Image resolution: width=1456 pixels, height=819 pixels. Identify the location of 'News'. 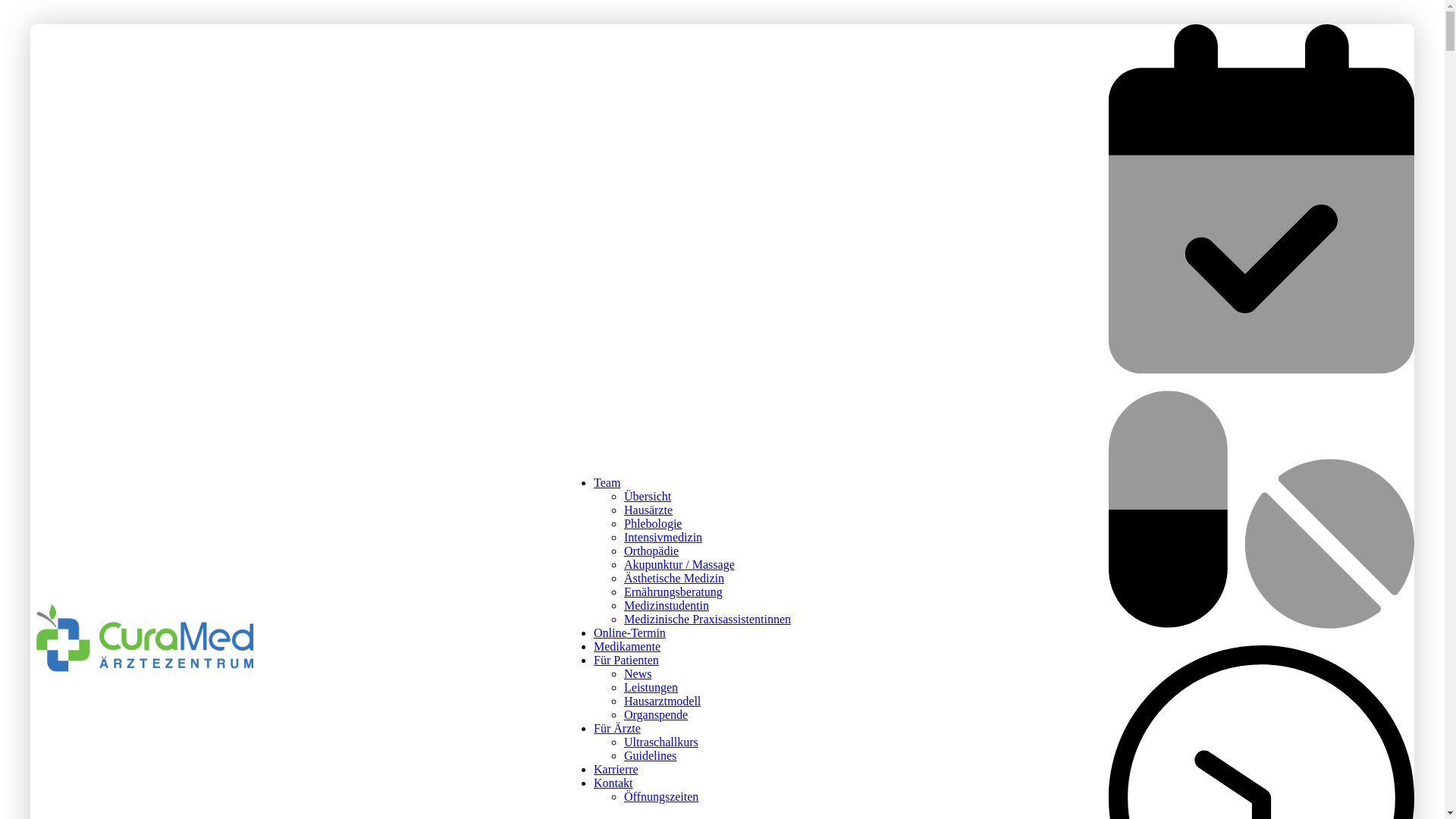
(637, 673).